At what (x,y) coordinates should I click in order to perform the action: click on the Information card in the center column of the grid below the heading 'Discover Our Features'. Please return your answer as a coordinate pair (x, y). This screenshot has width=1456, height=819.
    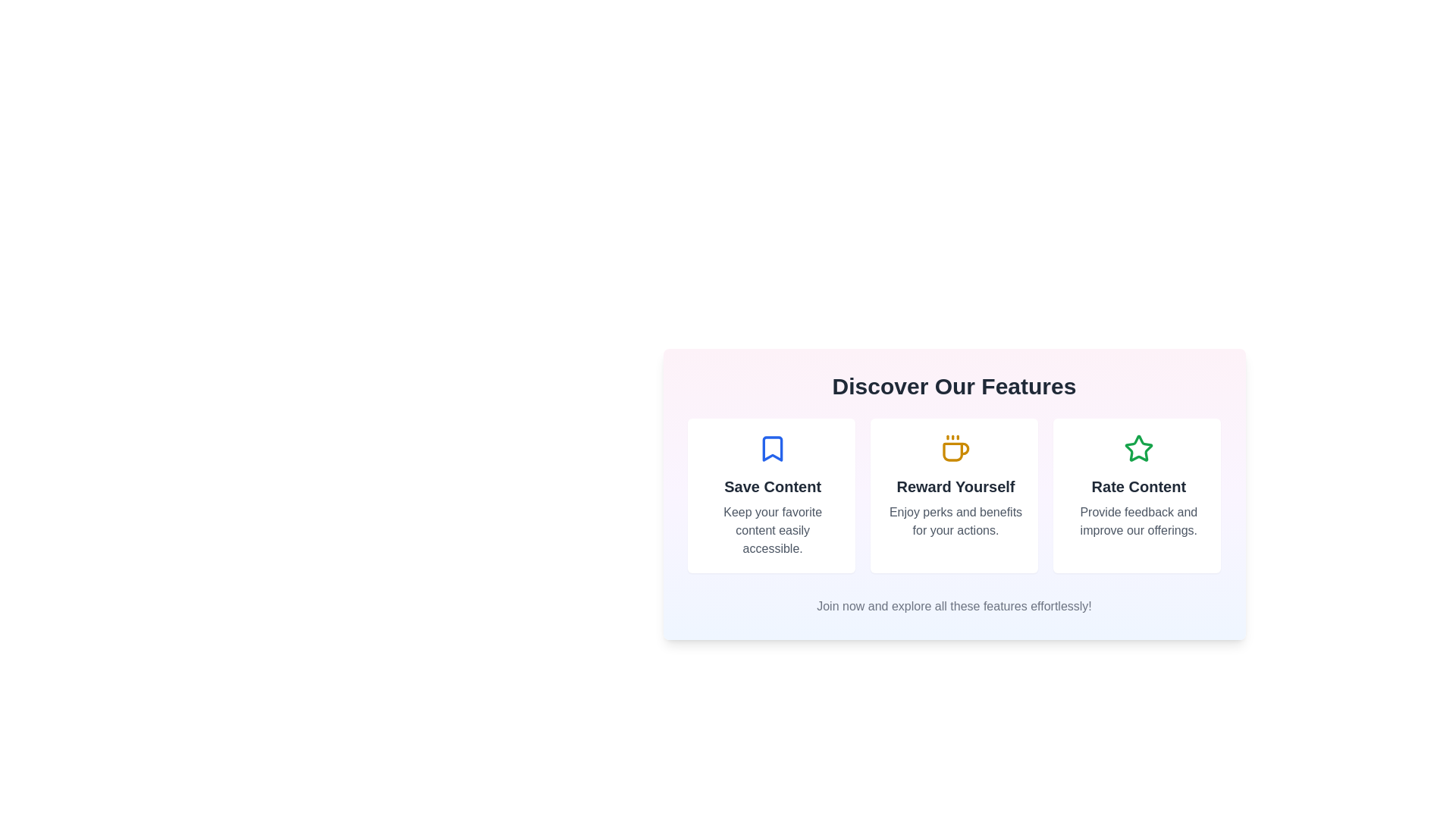
    Looking at the image, I should click on (953, 494).